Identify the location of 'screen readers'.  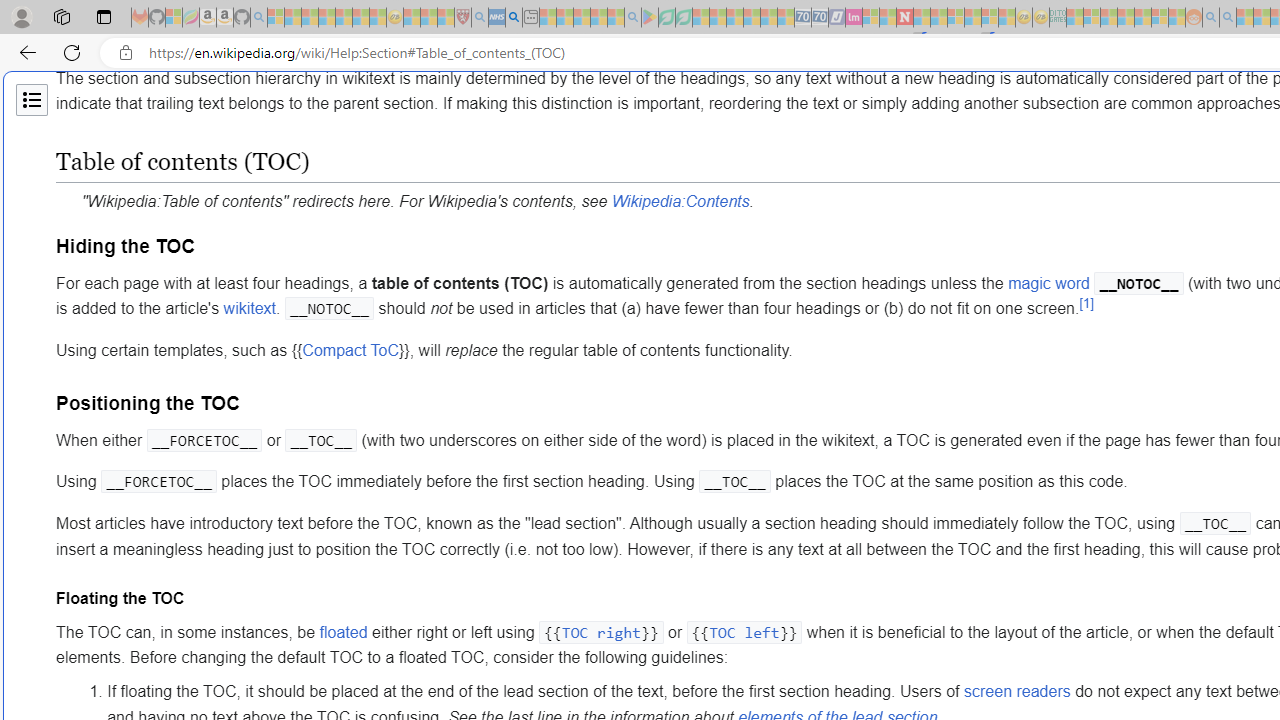
(1017, 691).